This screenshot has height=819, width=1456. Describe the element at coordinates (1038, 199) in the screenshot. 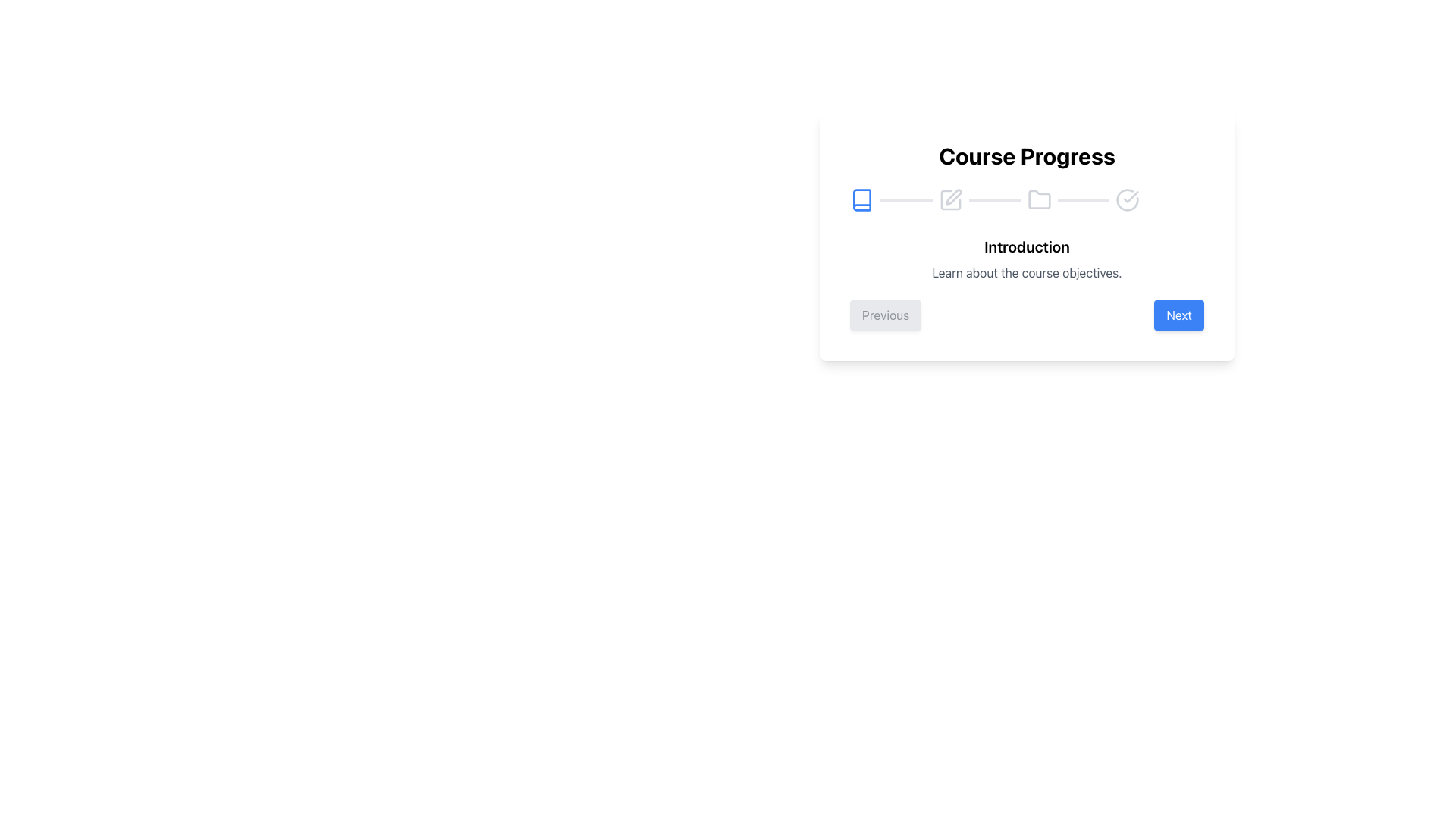

I see `the folder icon, which is the third icon from the left in the horizontal progress indicator at the top of the interface` at that location.